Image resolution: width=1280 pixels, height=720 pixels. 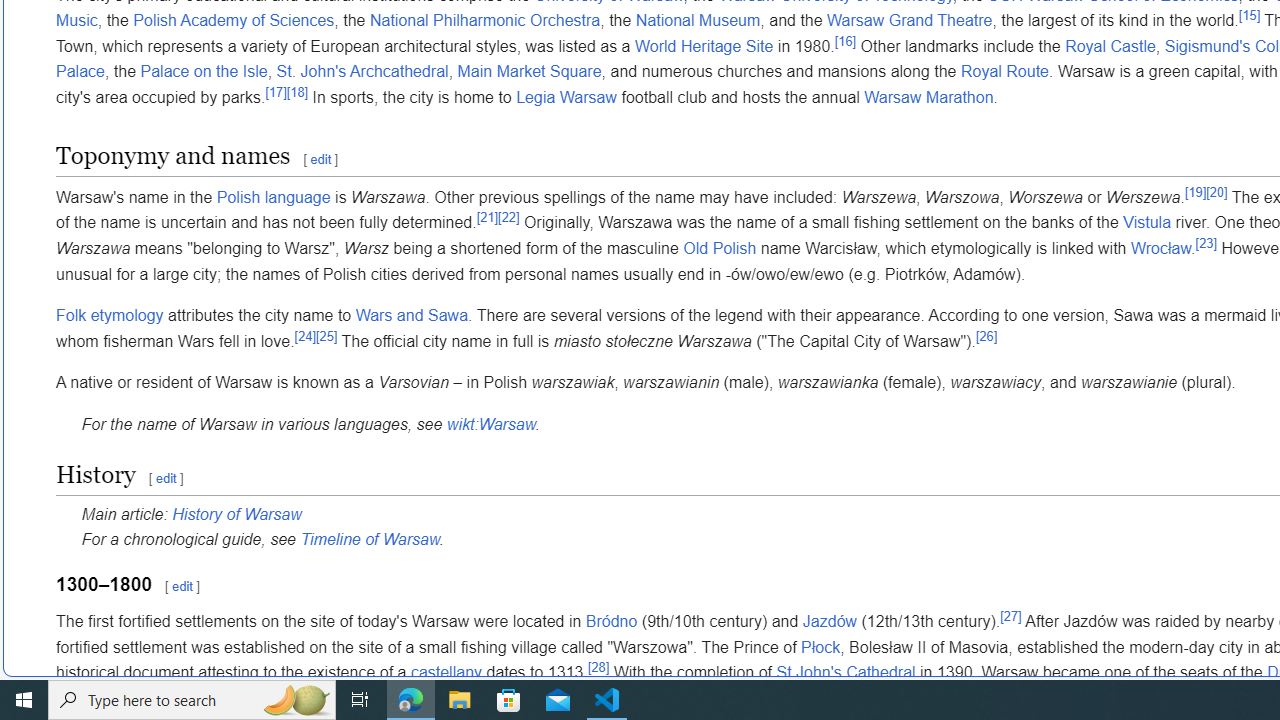 I want to click on 'Legia Warsaw', so click(x=565, y=98).